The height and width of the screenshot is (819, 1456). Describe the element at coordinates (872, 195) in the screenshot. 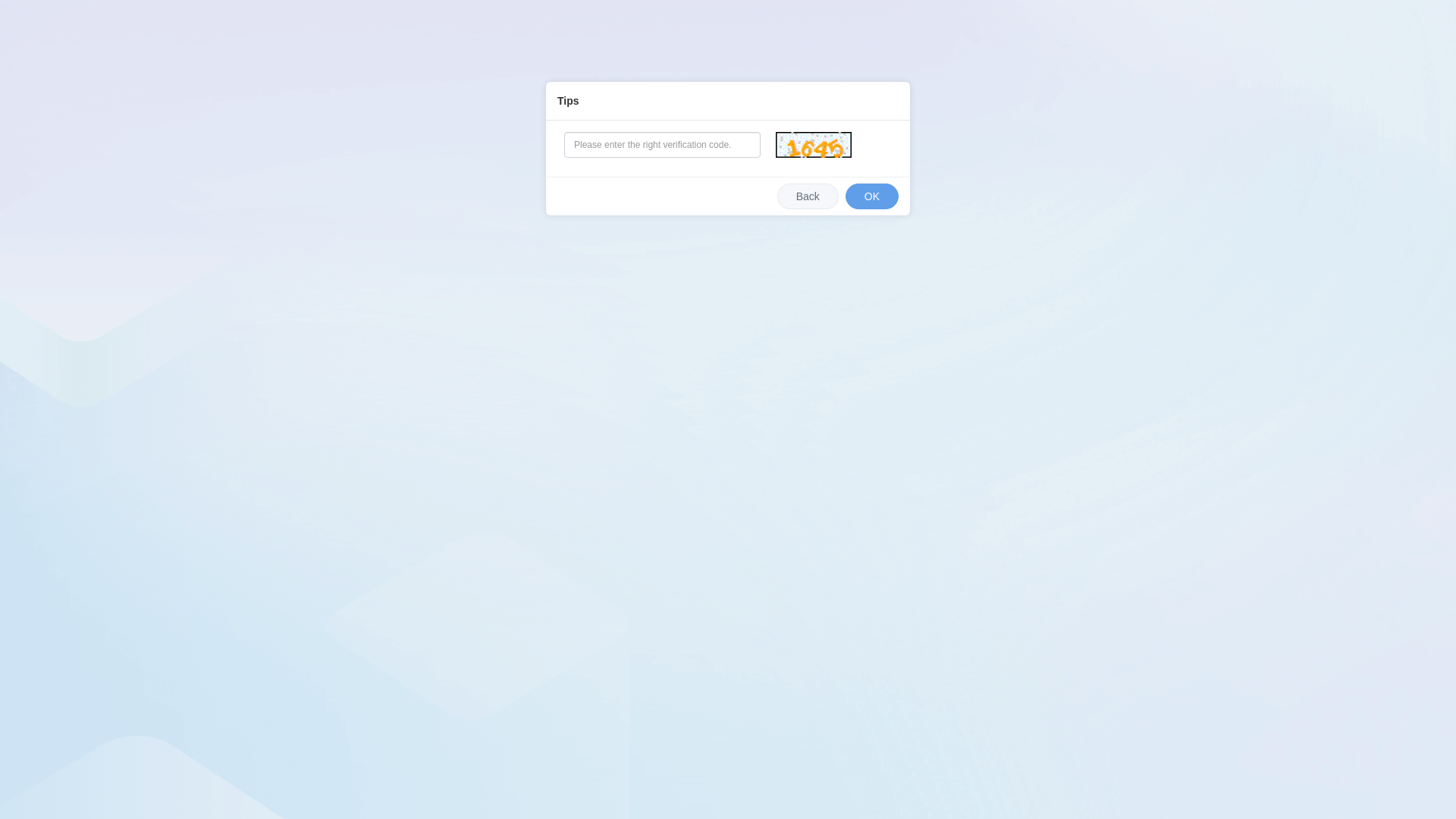

I see `'OK'` at that location.